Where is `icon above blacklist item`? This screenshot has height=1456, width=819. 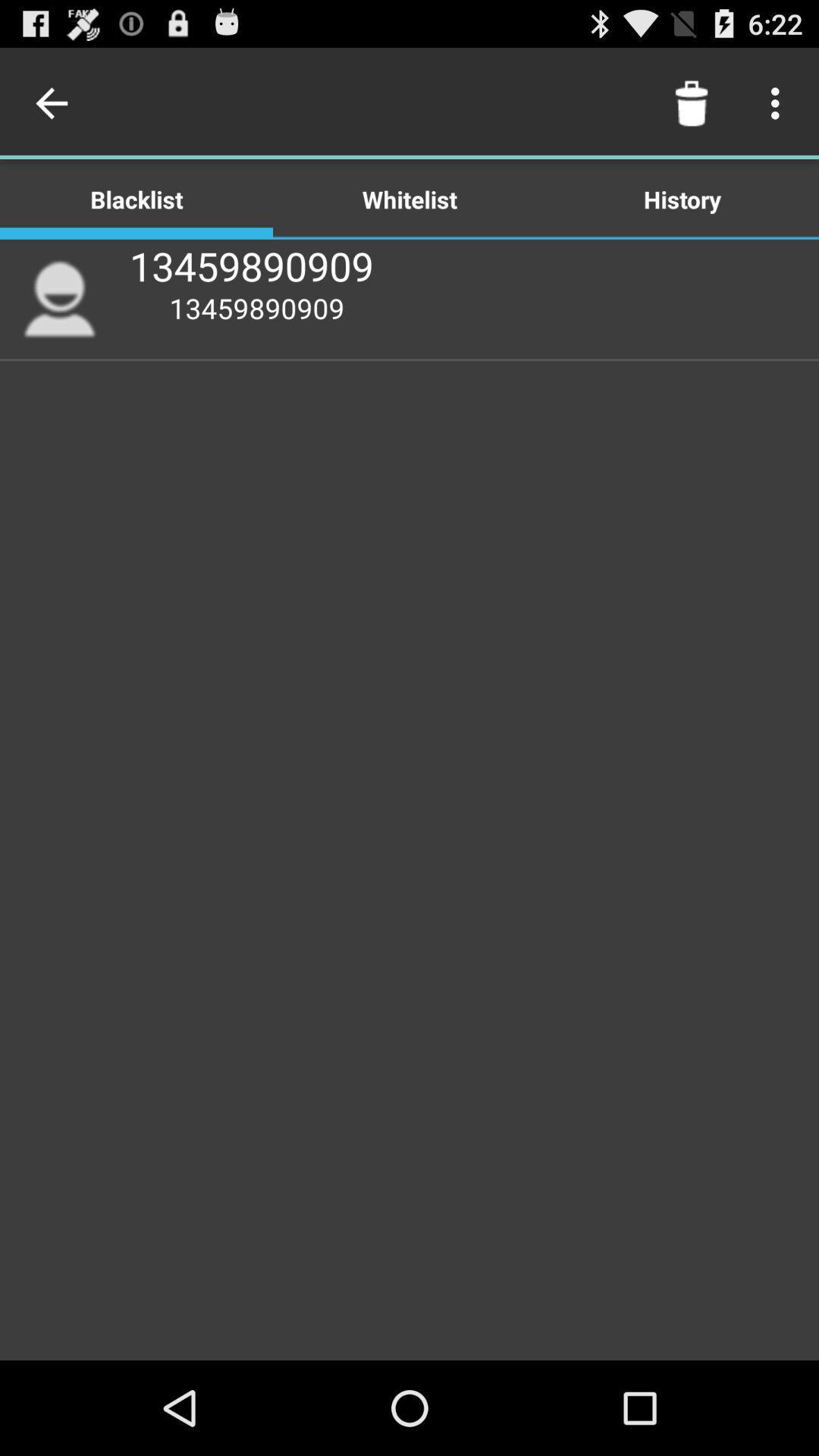
icon above blacklist item is located at coordinates (55, 102).